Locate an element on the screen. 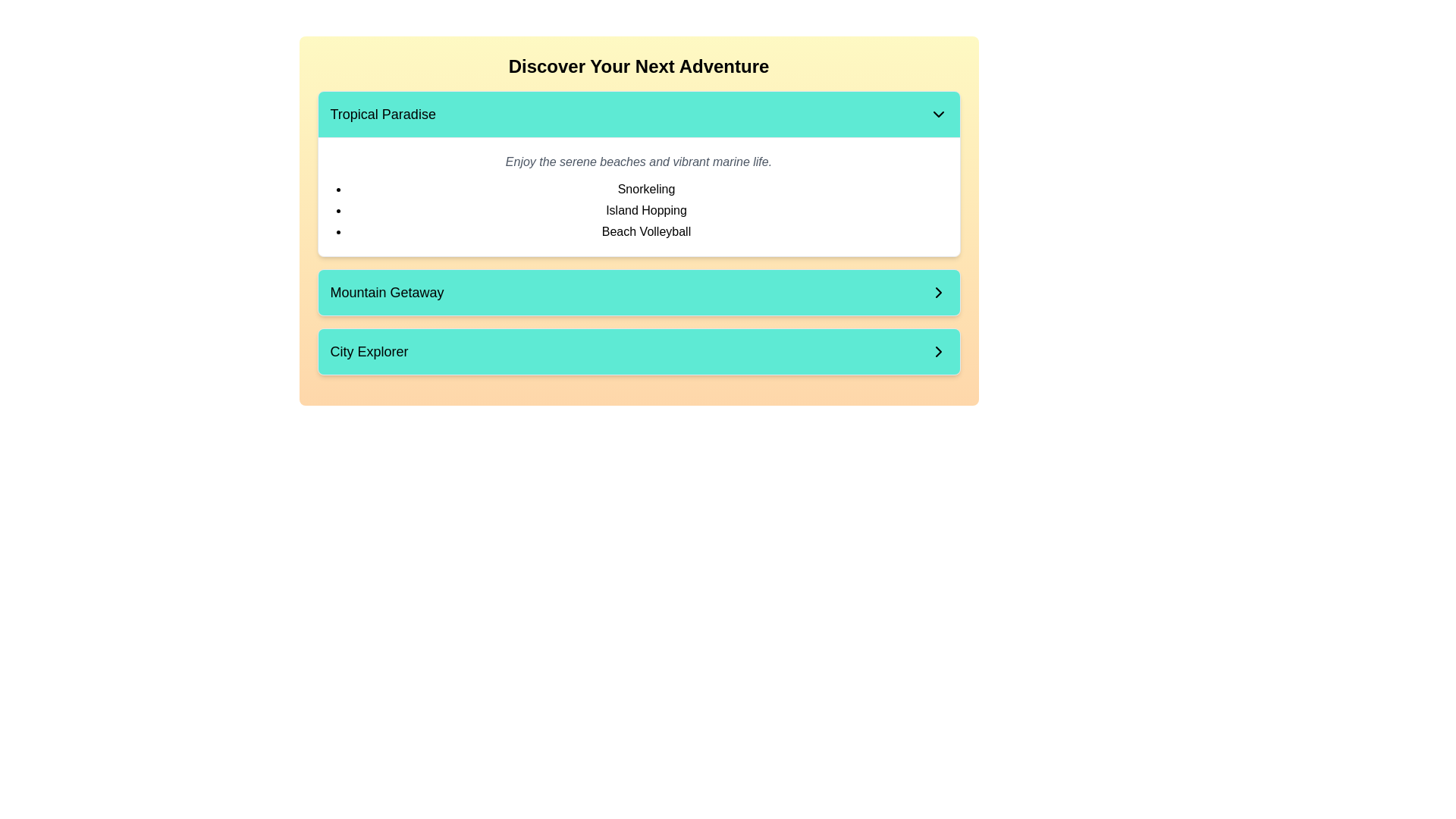 This screenshot has width=1456, height=819. the Content block with a white background and gray top border containing the text 'Enjoy the serene beaches and vibrant marine life.' and a bulleted list of activities like 'Snorkeling', 'Island Hopping', and 'Beach Volleyball' located in the 'Tropical Paradise' section is located at coordinates (639, 196).